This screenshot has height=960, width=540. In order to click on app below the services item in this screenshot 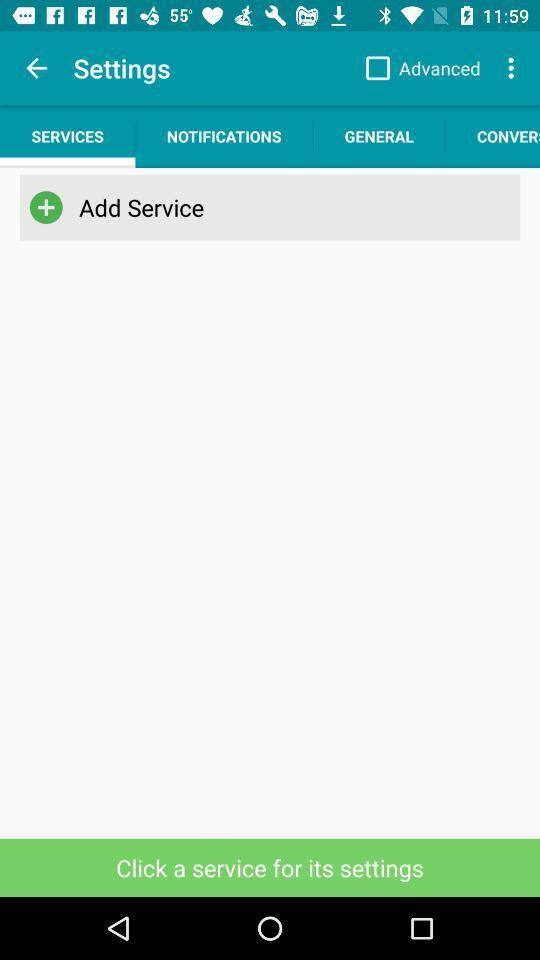, I will do `click(46, 207)`.